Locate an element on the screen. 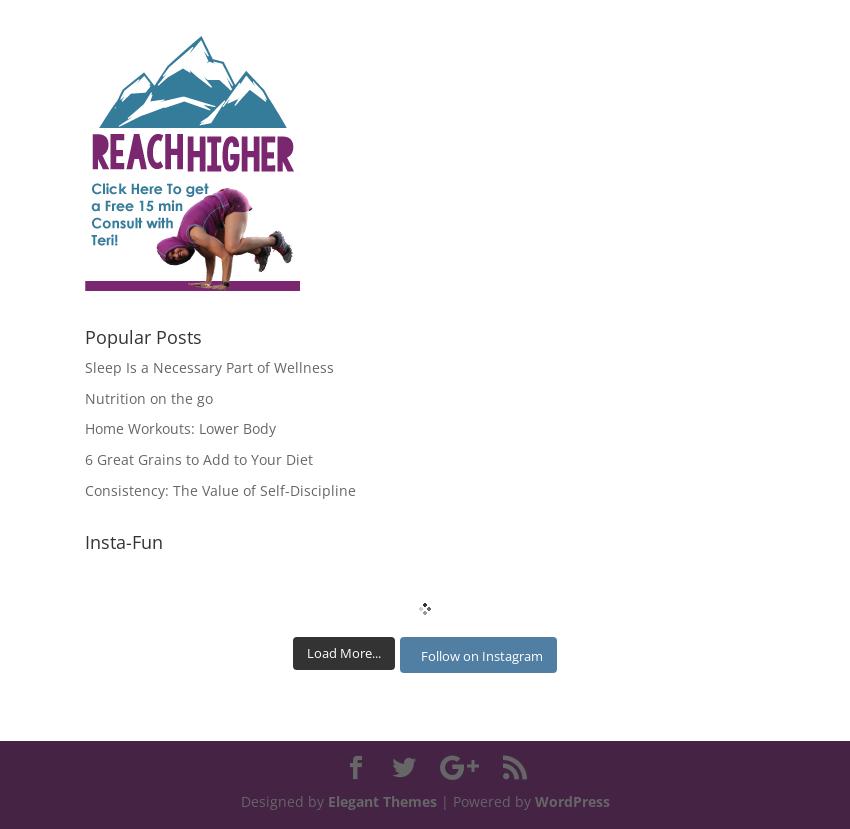 This screenshot has width=850, height=829. '| Powered by' is located at coordinates (485, 800).